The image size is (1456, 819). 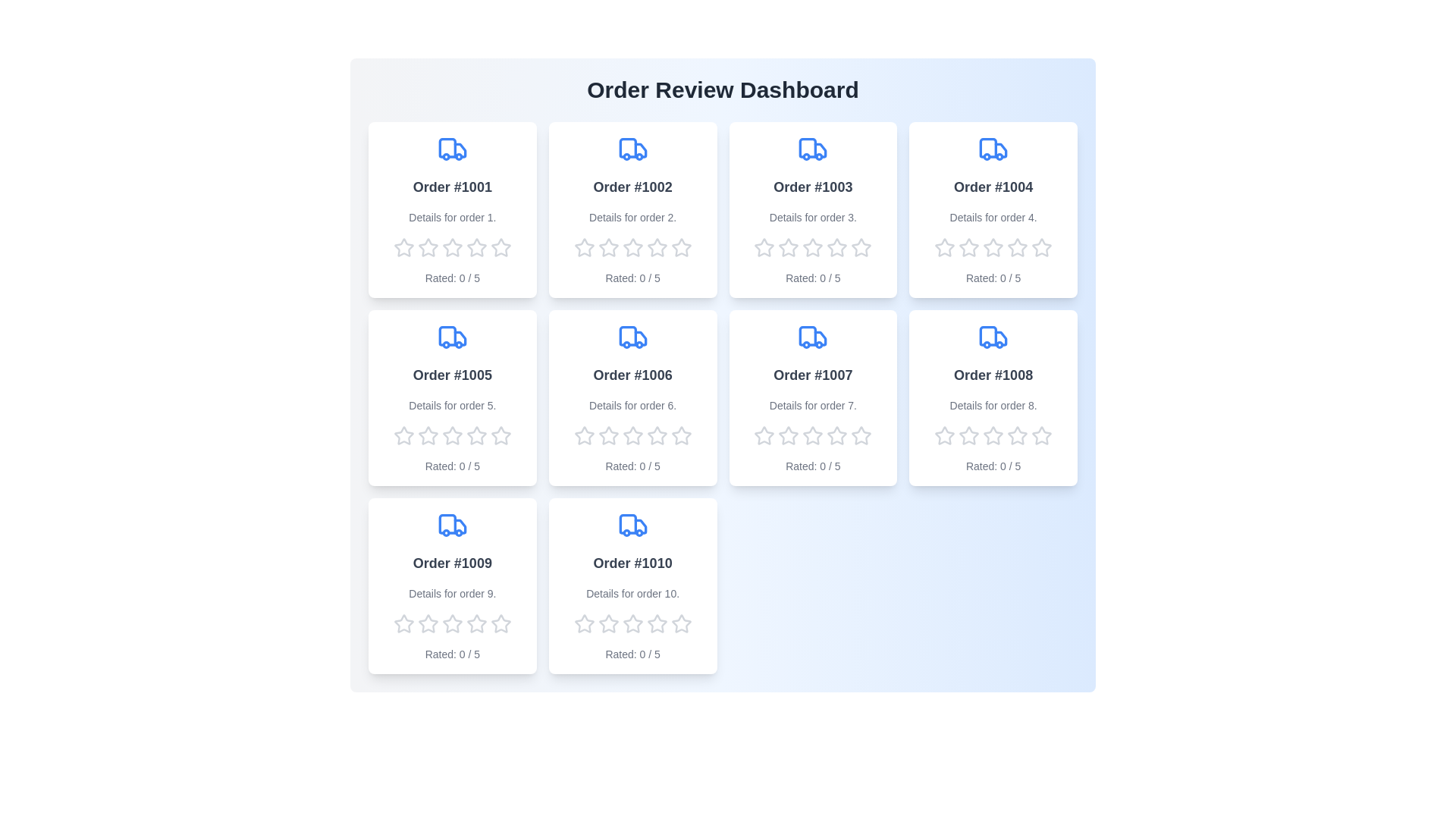 What do you see at coordinates (451, 210) in the screenshot?
I see `the text area of the order to inspect its details` at bounding box center [451, 210].